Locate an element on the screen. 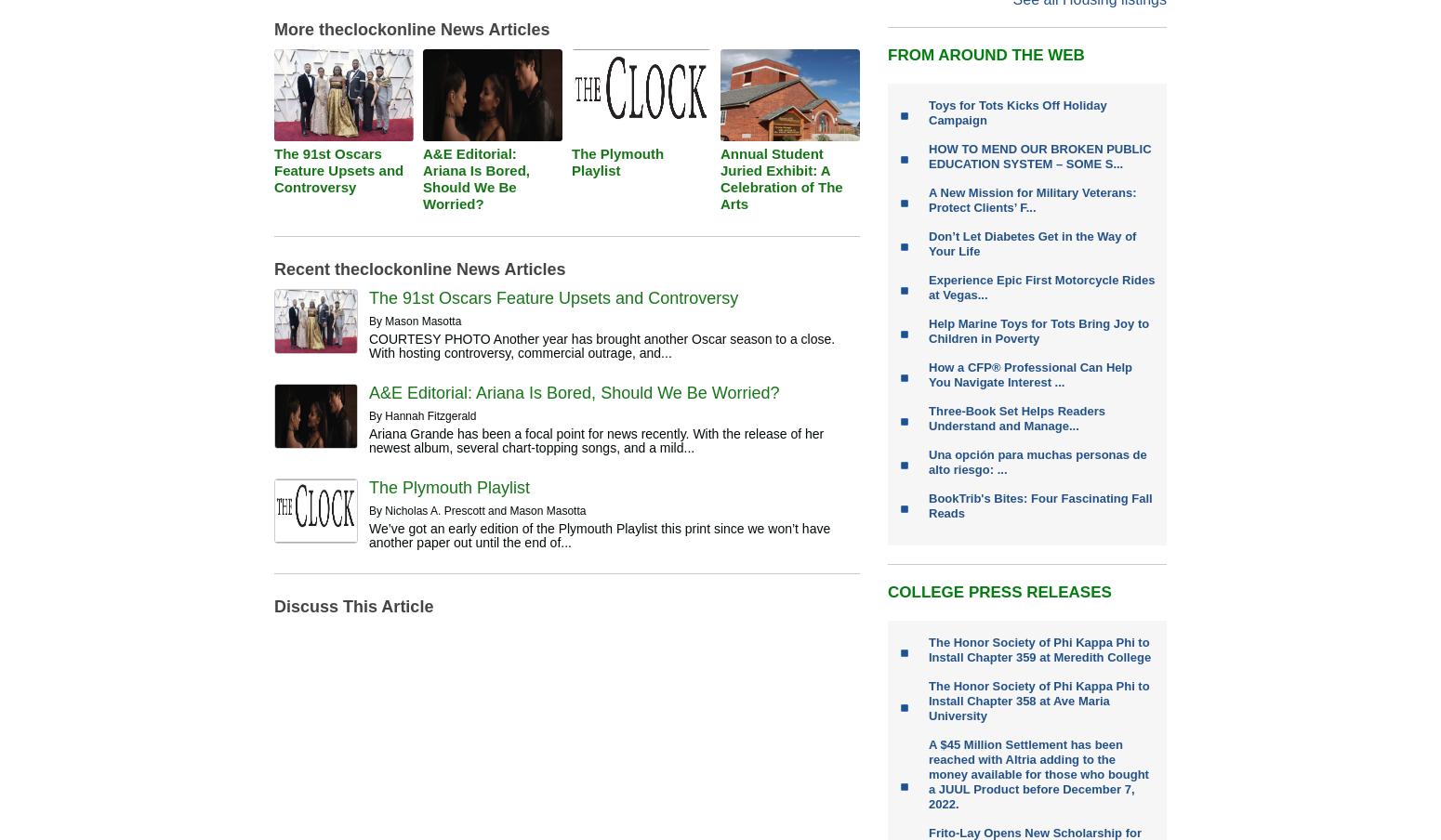 The image size is (1441, 840). 'By Hannah Fitzgerald' is located at coordinates (422, 415).